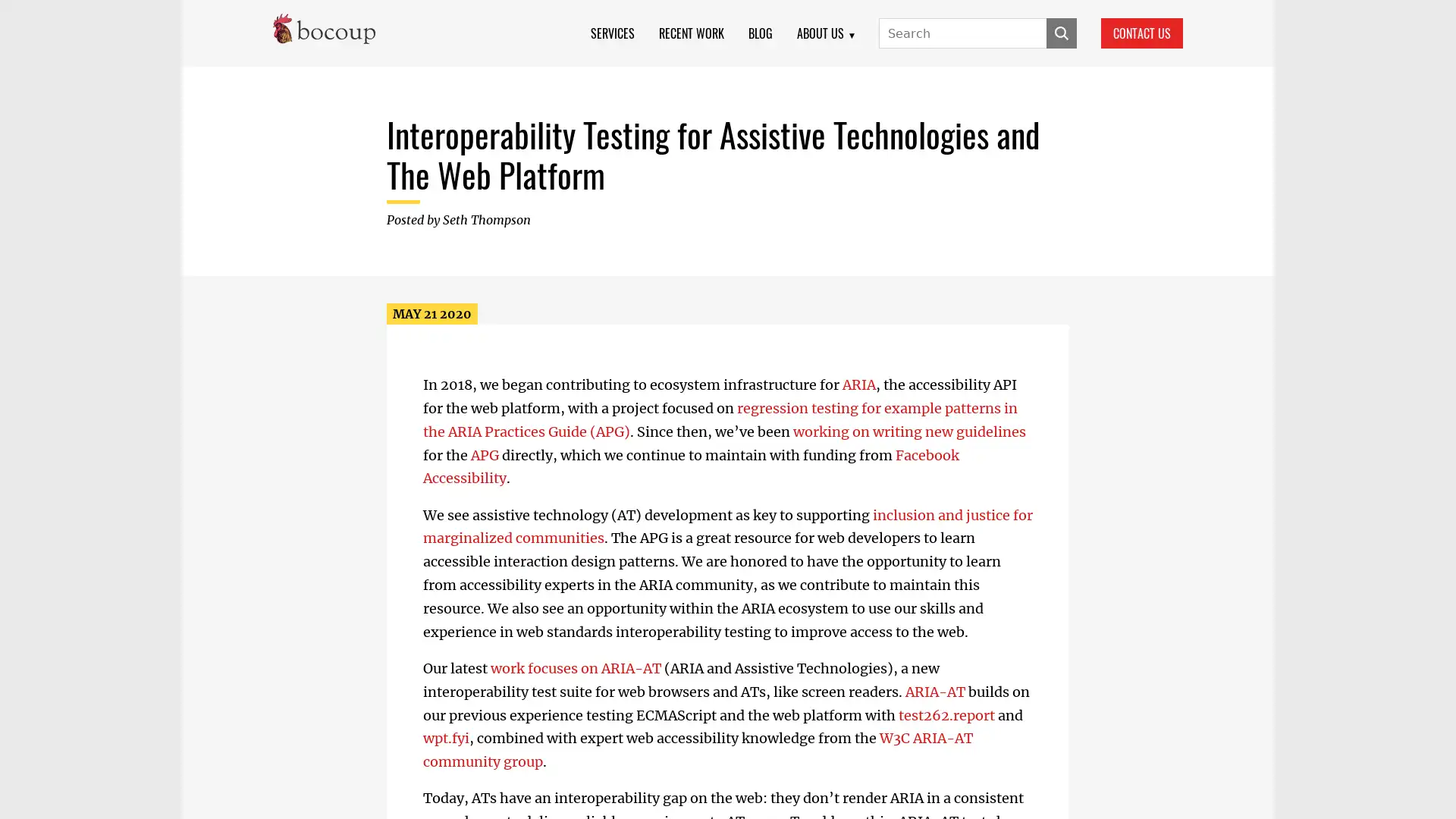 The image size is (1456, 819). What do you see at coordinates (1061, 33) in the screenshot?
I see `SUBMIT` at bounding box center [1061, 33].